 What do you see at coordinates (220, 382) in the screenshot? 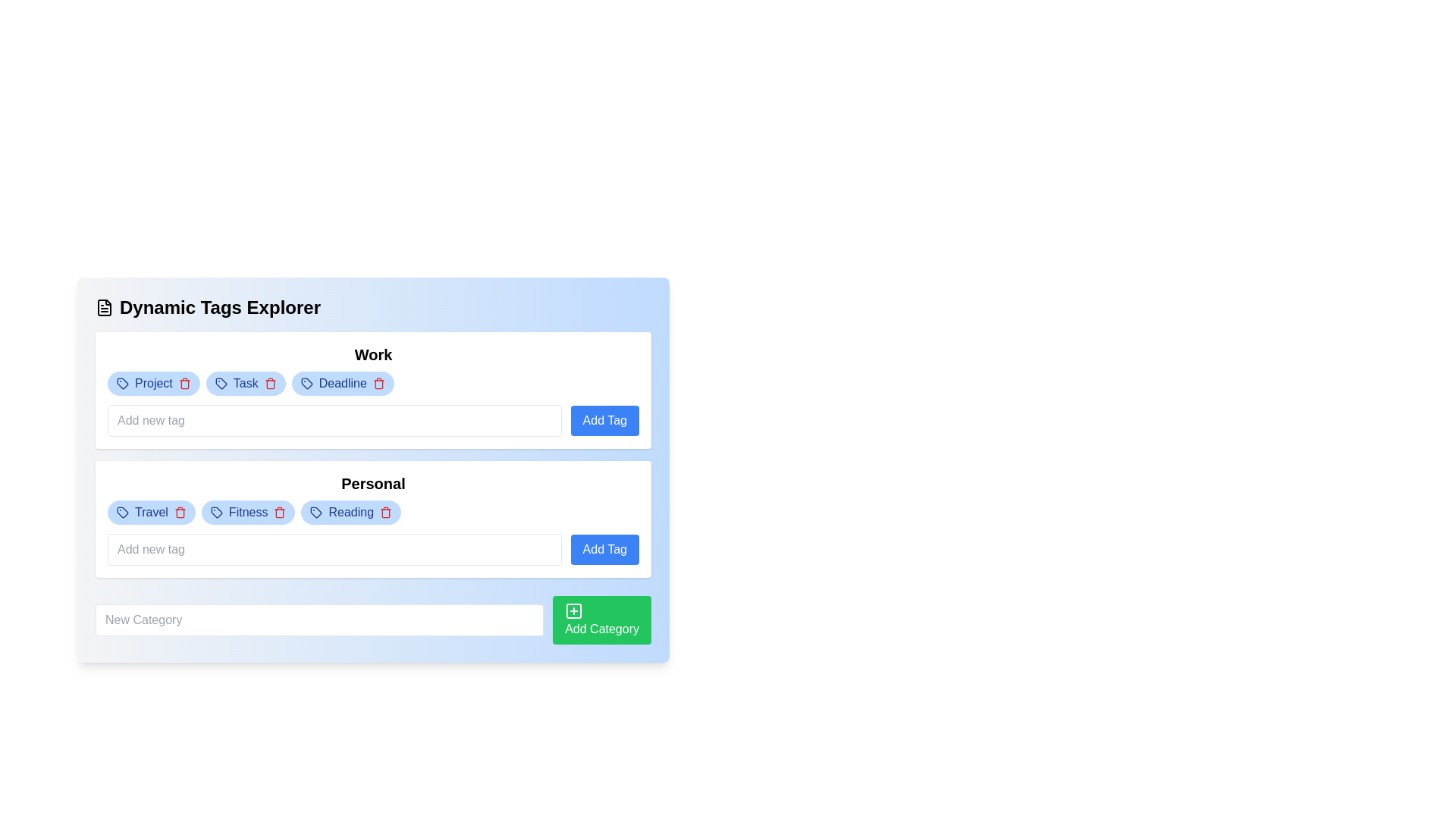
I see `the 'Task' icon` at bounding box center [220, 382].